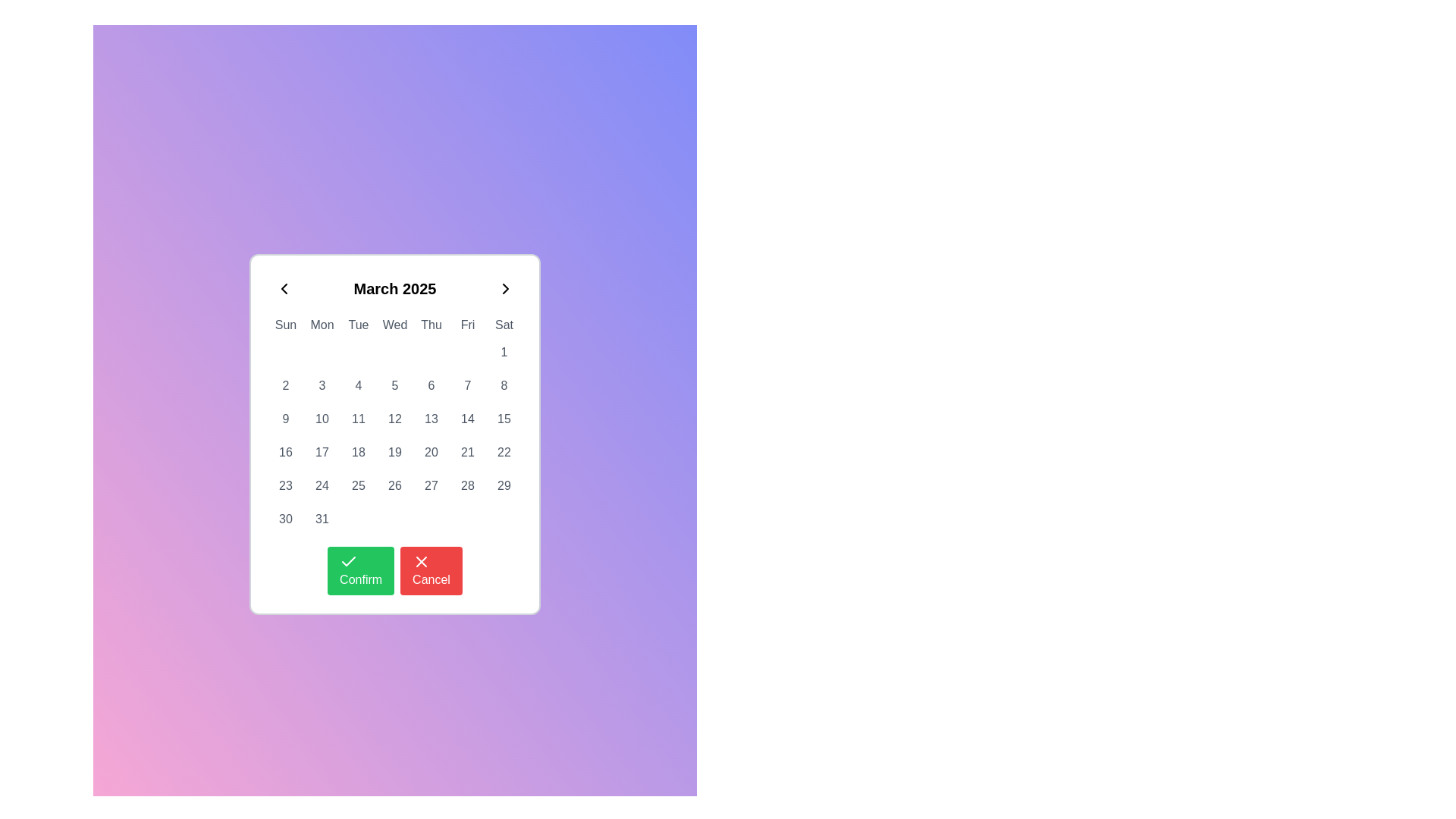 The width and height of the screenshot is (1456, 819). What do you see at coordinates (431, 419) in the screenshot?
I see `the interactive calendar date block representing the 13th day of the month, located` at bounding box center [431, 419].